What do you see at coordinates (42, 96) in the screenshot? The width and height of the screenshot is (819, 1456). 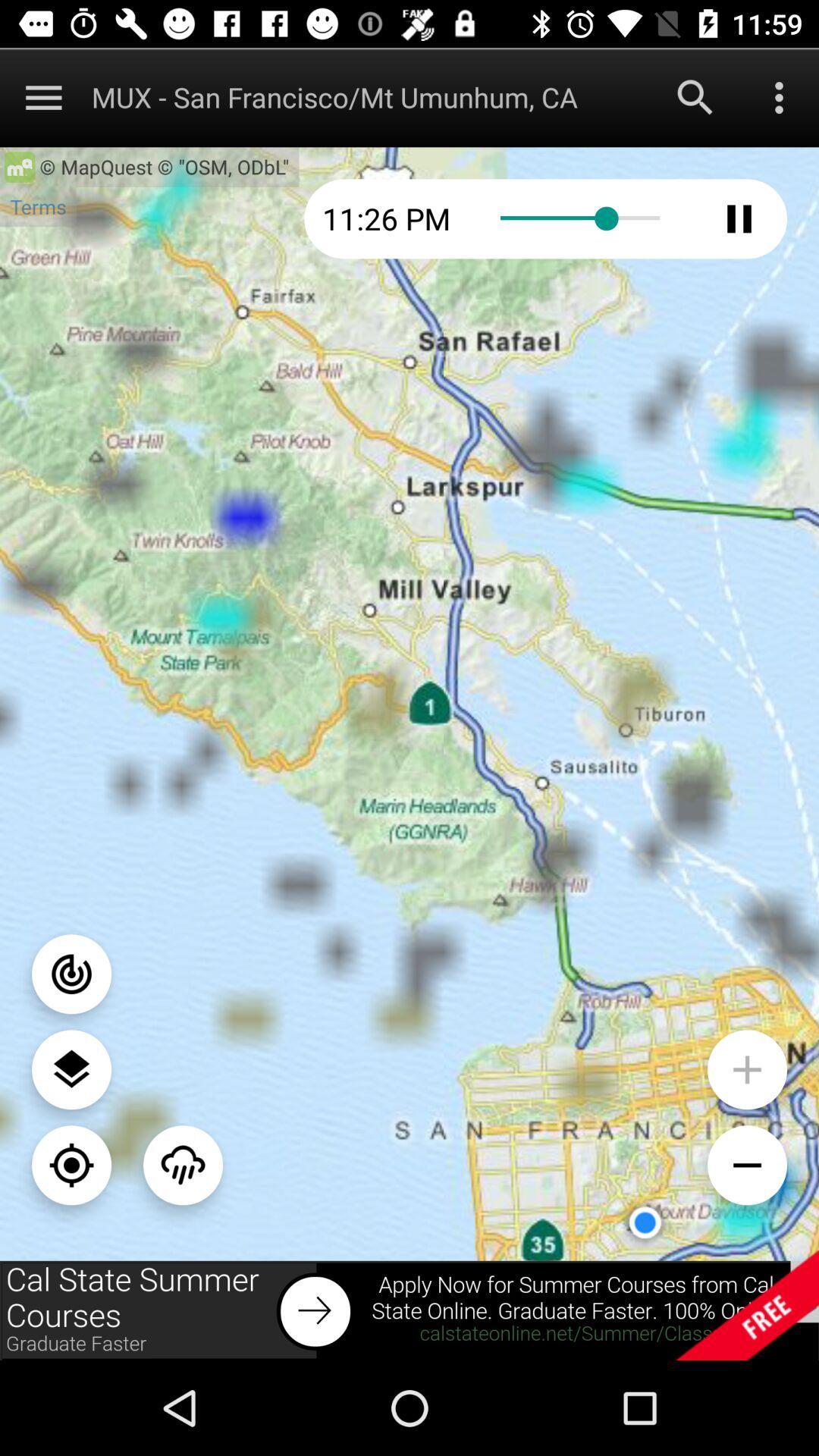 I see `the menu icon` at bounding box center [42, 96].